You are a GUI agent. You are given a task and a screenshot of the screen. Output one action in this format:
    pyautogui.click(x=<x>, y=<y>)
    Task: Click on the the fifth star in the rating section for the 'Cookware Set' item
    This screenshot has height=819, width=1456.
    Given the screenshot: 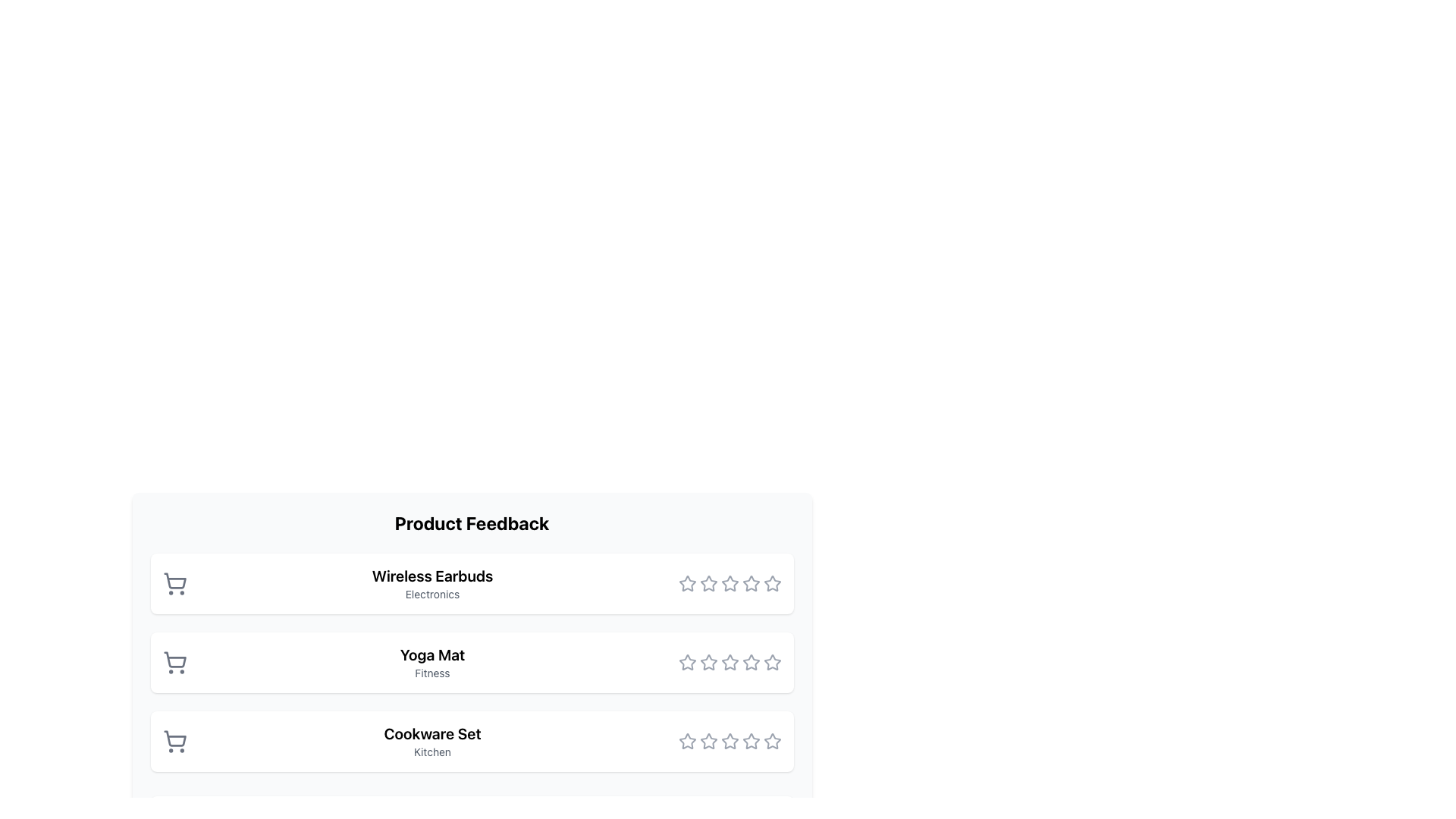 What is the action you would take?
    pyautogui.click(x=772, y=741)
    